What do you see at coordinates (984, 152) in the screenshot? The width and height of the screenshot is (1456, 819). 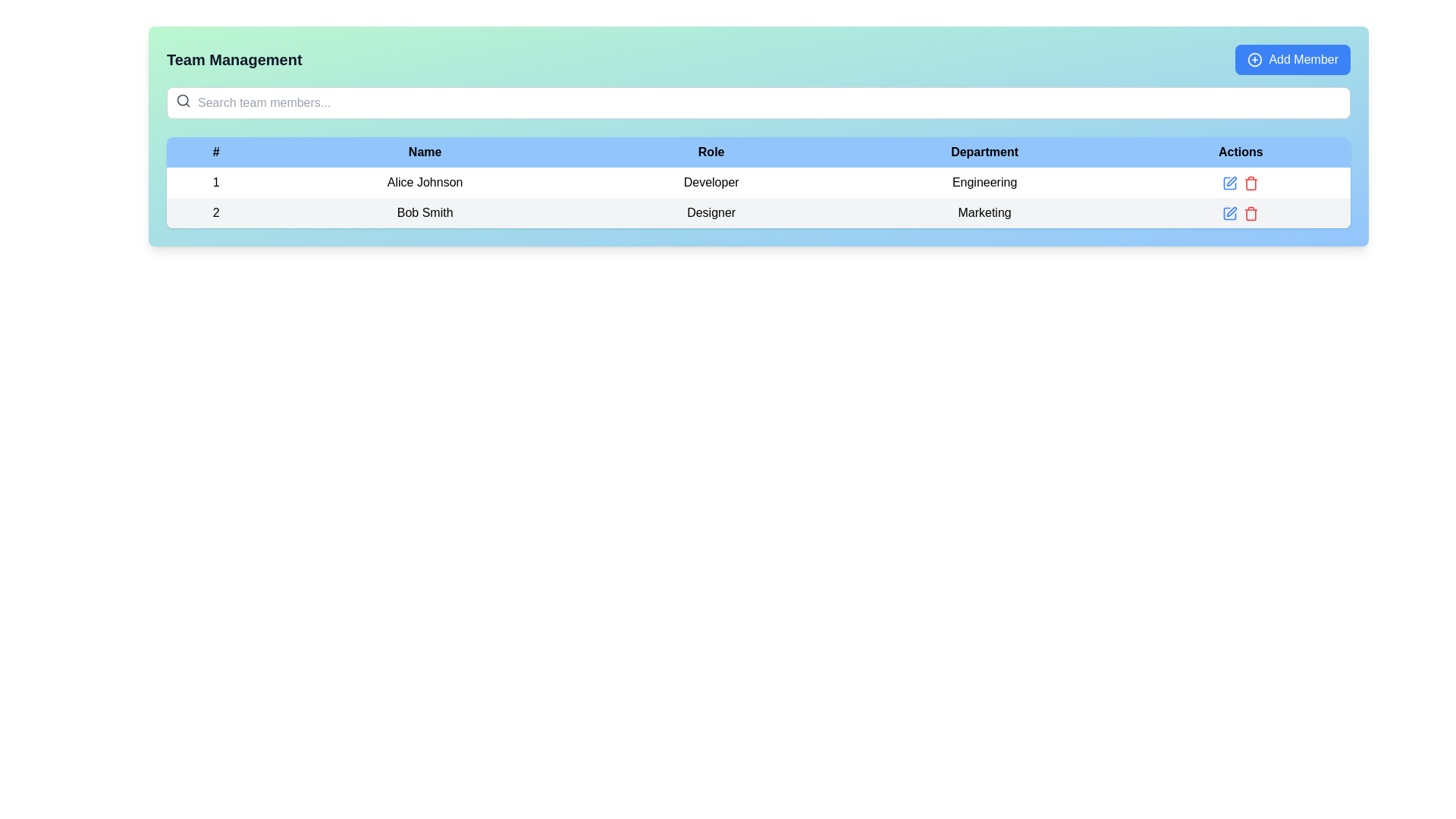 I see `the bold black text label displaying 'Department', which is located in the fourth column of the header row in a table-like structure, between the labels 'Role' and 'Actions'` at bounding box center [984, 152].